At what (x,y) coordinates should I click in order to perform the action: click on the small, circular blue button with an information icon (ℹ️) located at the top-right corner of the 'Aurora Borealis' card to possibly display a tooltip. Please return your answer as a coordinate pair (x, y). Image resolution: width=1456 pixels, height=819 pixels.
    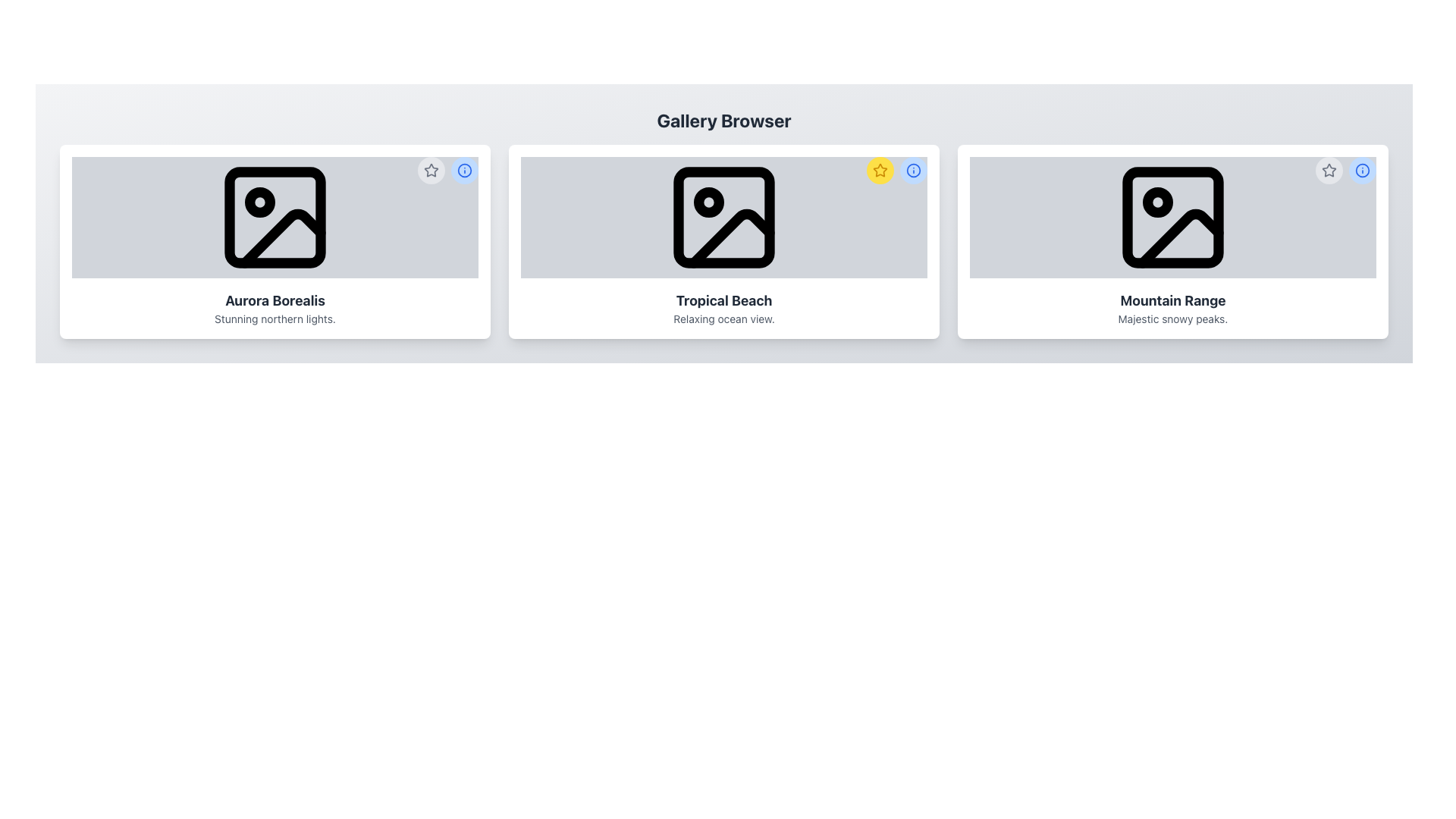
    Looking at the image, I should click on (464, 170).